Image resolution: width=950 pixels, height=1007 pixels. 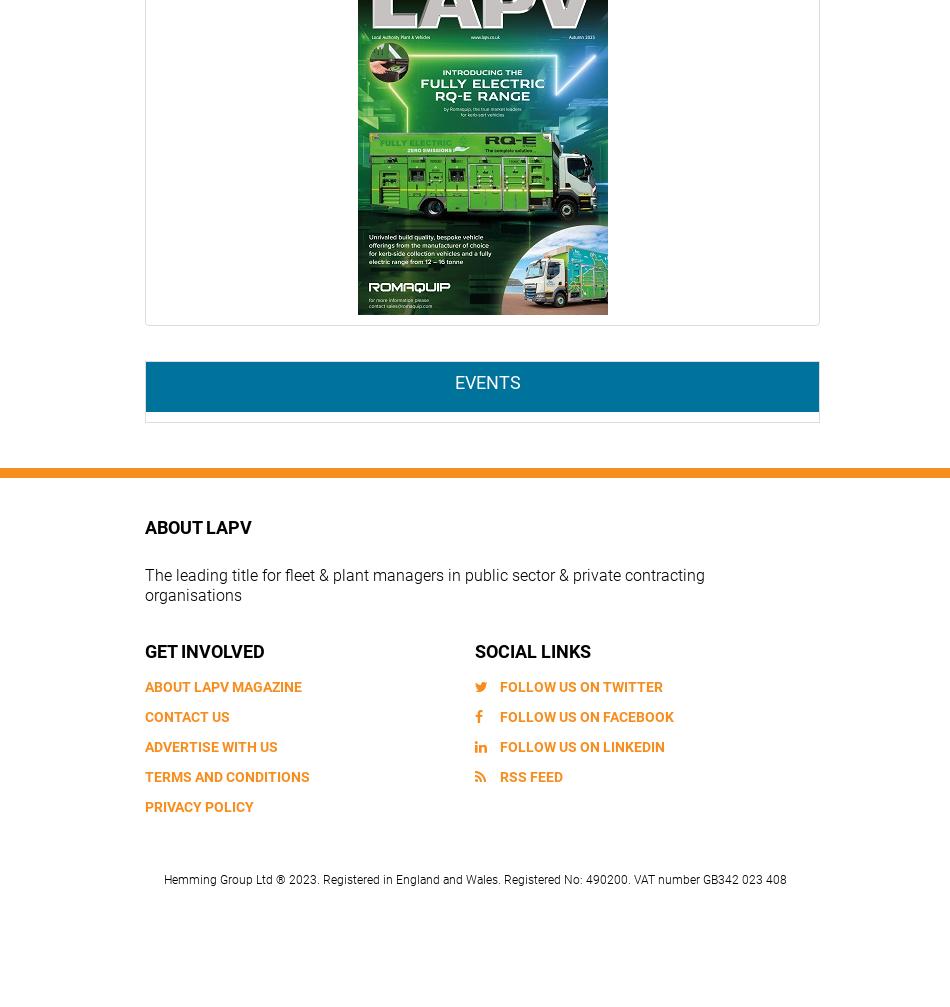 What do you see at coordinates (531, 774) in the screenshot?
I see `'RSS FEED'` at bounding box center [531, 774].